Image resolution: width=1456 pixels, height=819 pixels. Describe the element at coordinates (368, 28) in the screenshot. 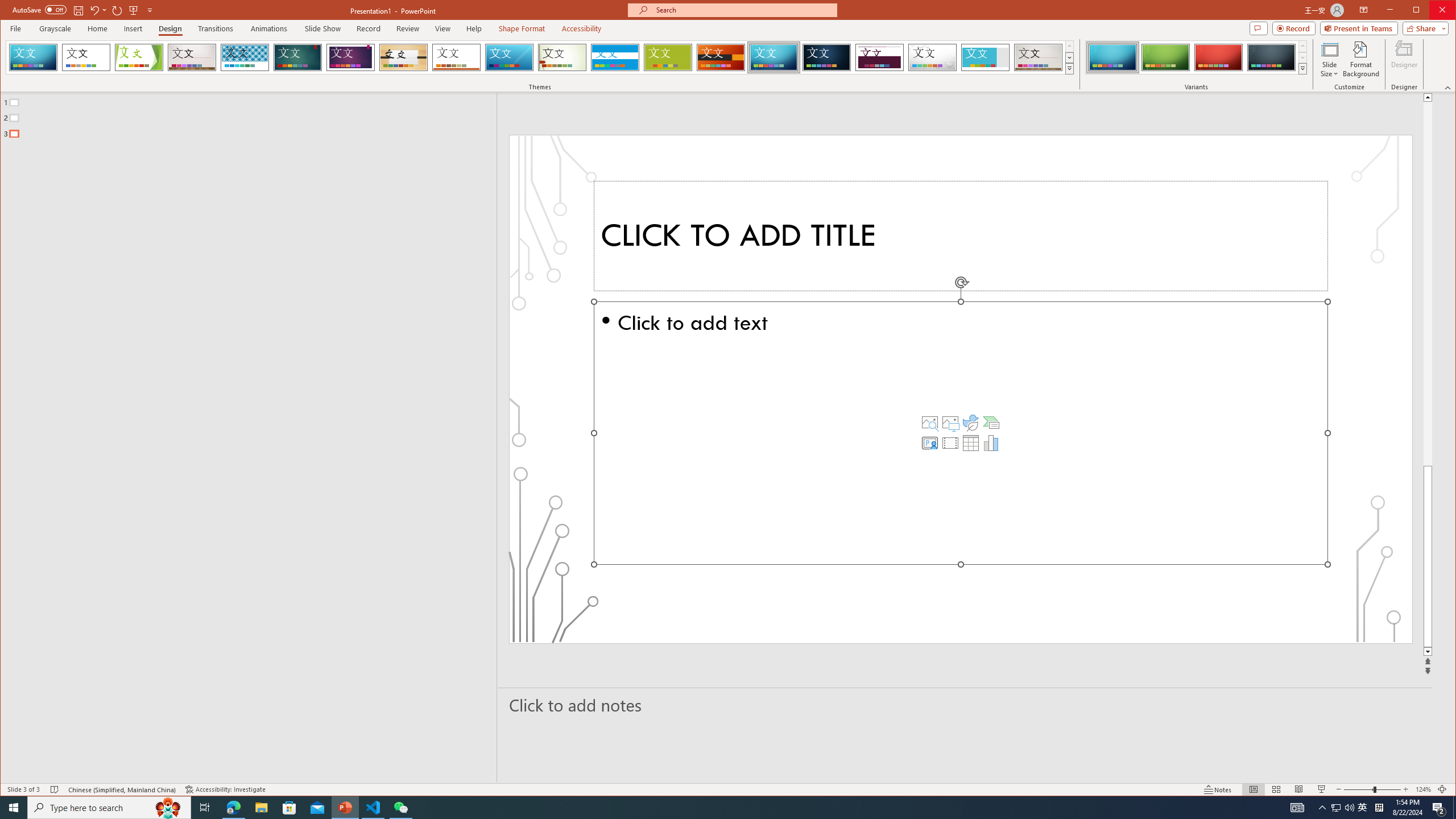

I see `'Record'` at that location.